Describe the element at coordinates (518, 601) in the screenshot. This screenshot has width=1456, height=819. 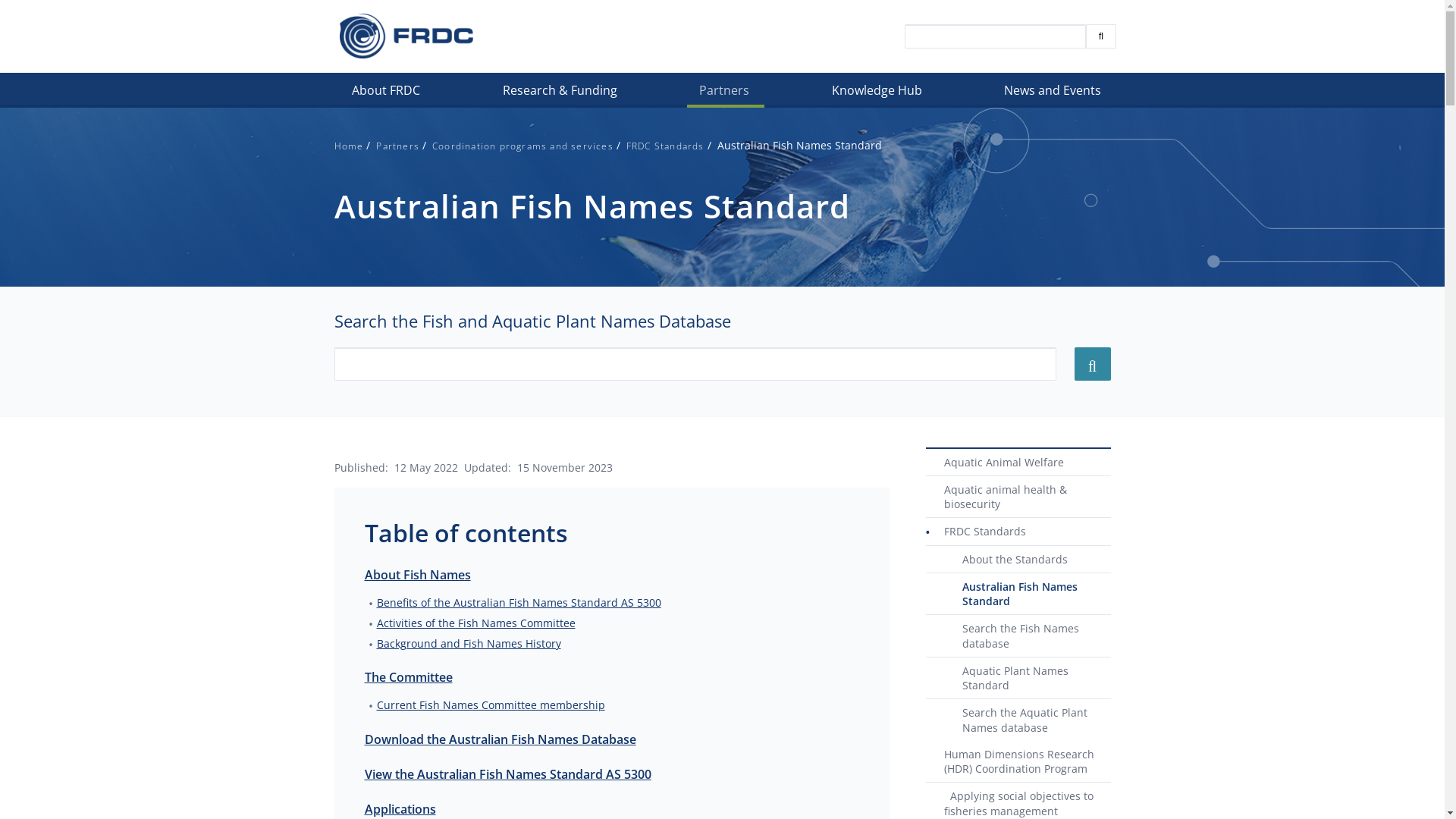
I see `'Benefits of the Australian Fish Names Standard AS 5300'` at that location.